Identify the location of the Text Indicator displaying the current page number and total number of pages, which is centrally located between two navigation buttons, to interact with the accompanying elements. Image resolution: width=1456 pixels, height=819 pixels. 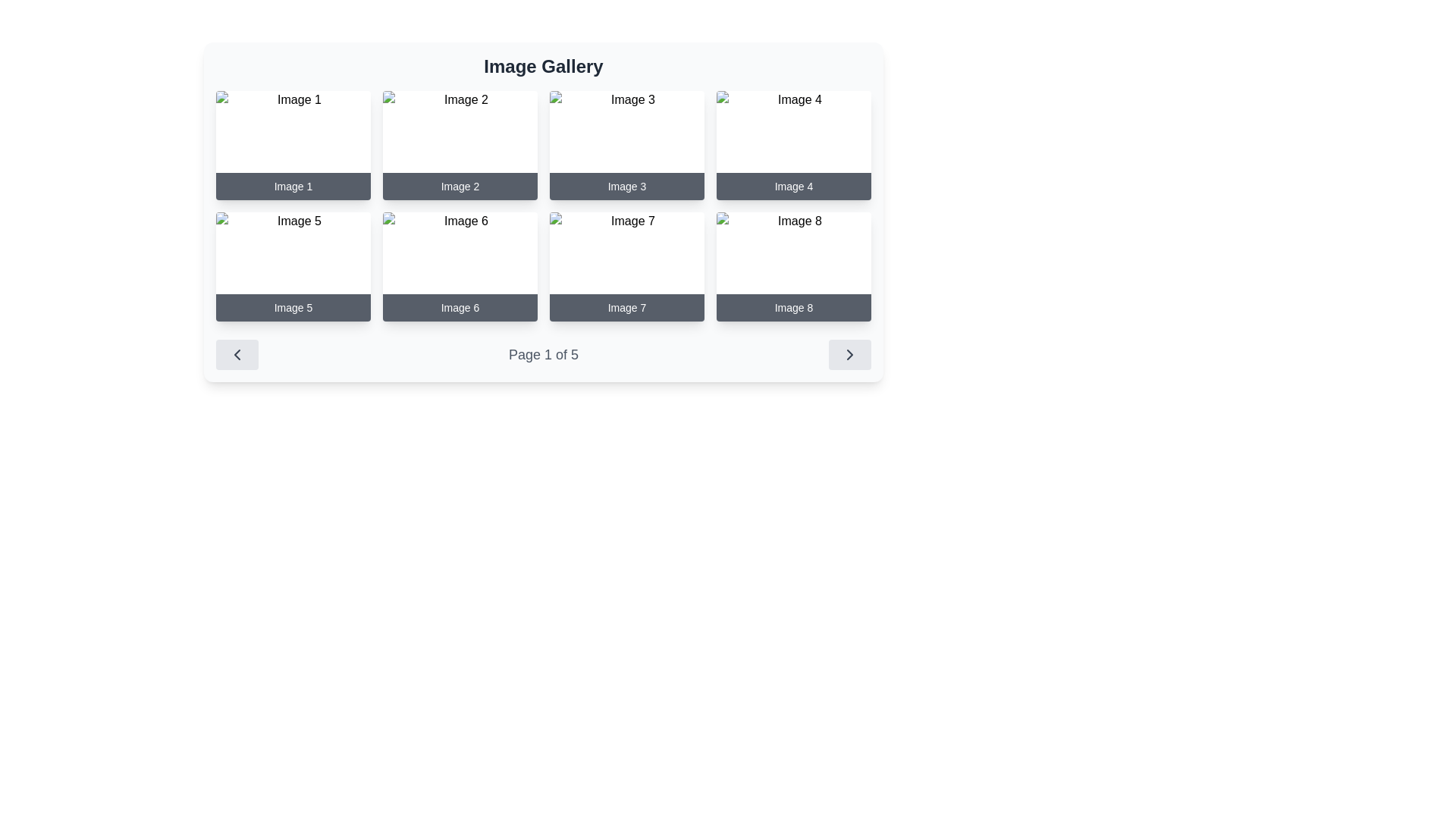
(543, 354).